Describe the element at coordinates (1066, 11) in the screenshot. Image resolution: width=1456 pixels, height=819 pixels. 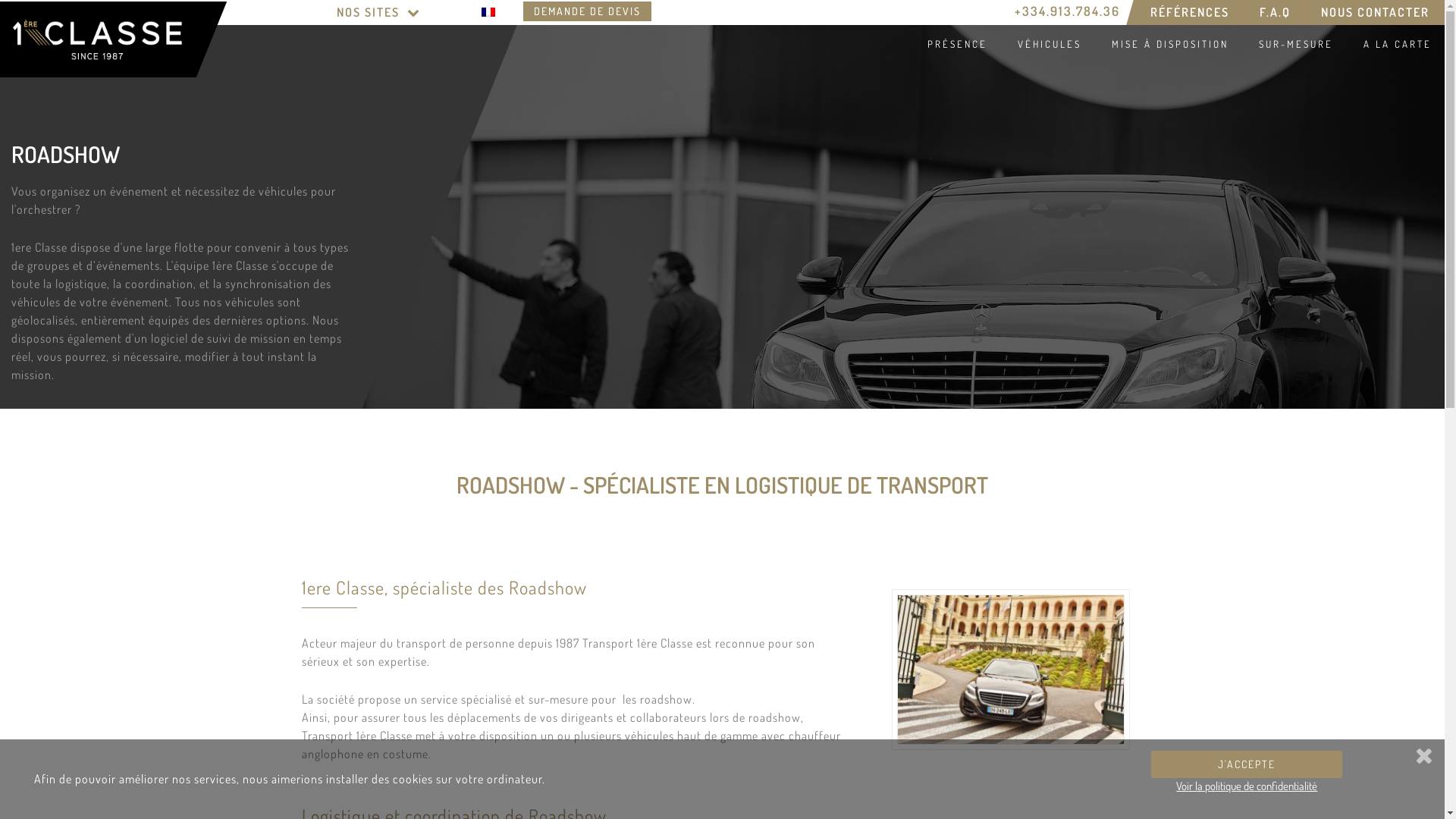
I see `'+334.913.784.36'` at that location.